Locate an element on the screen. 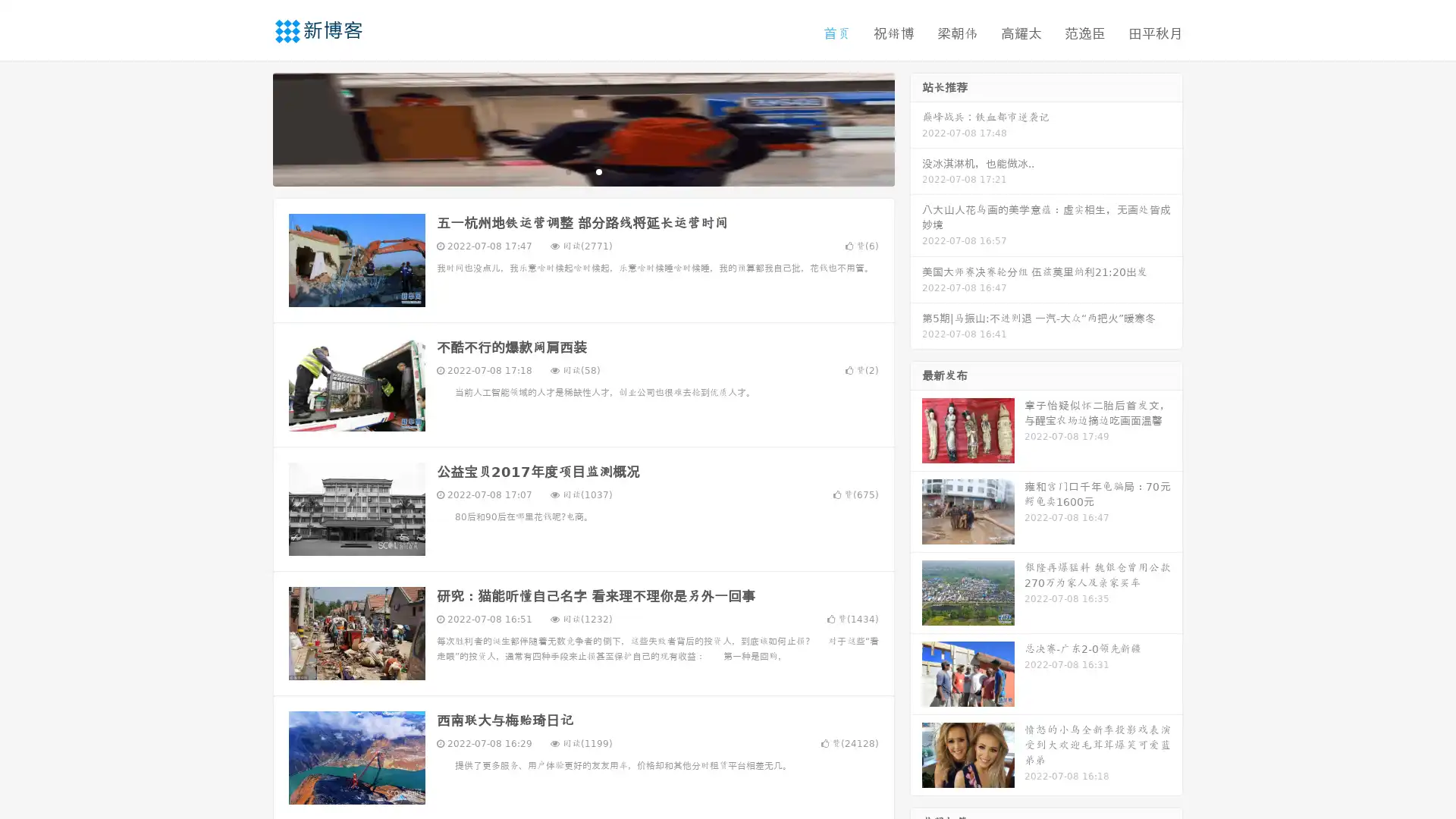 The image size is (1456, 819). Go to slide 3 is located at coordinates (598, 171).